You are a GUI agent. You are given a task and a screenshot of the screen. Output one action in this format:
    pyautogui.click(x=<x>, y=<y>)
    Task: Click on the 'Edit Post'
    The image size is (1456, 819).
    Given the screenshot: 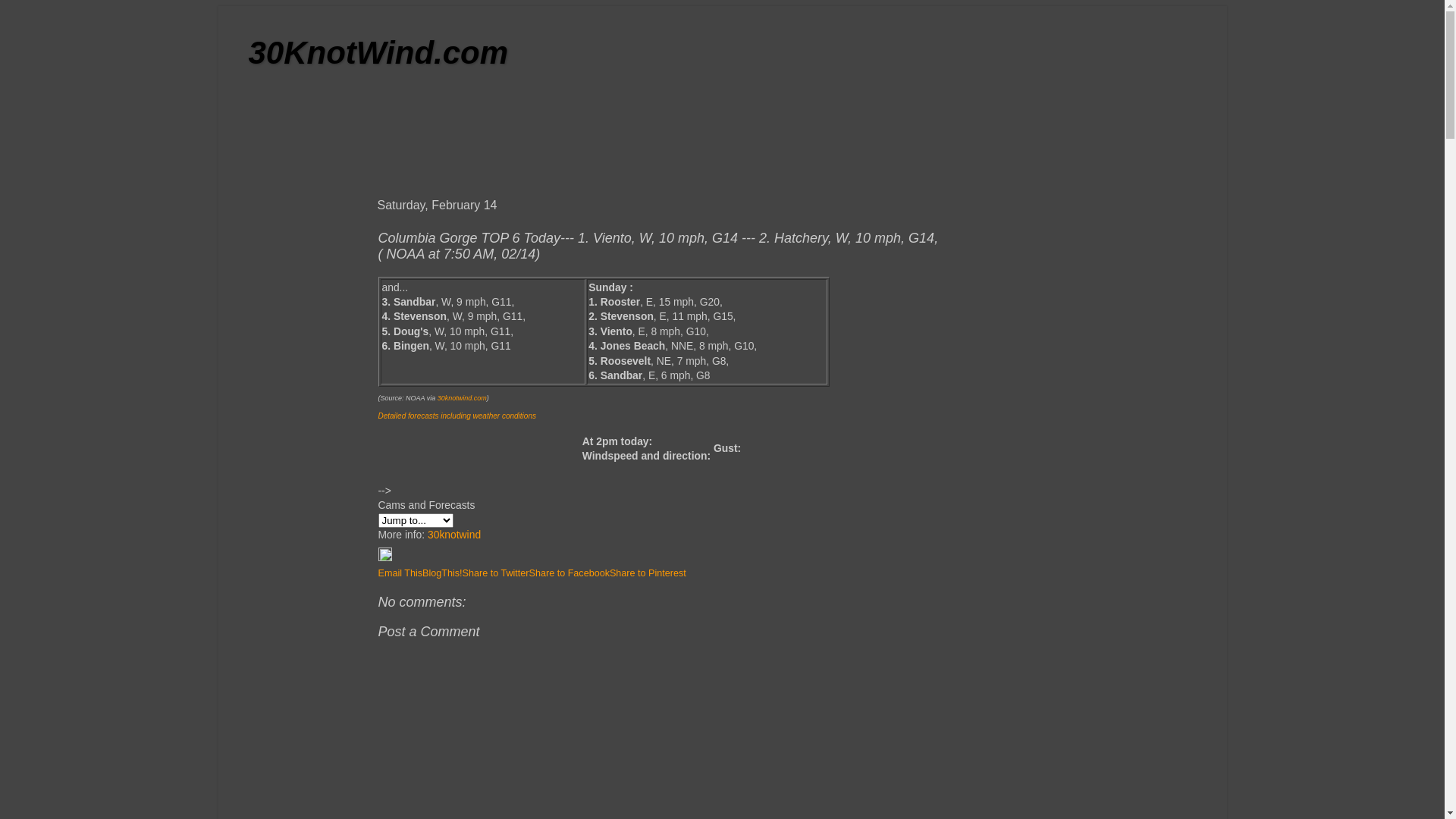 What is the action you would take?
    pyautogui.click(x=384, y=558)
    